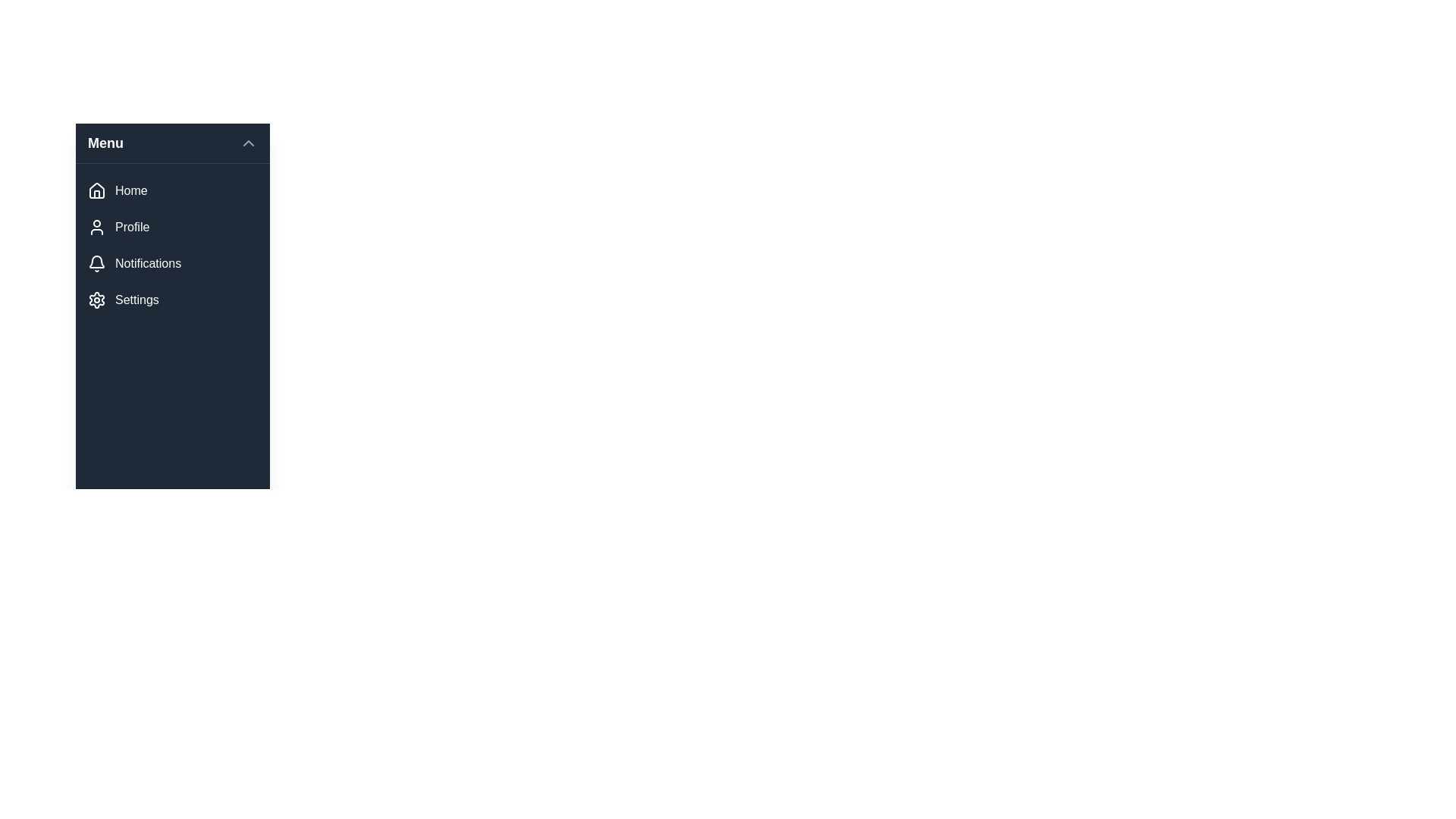 This screenshot has width=1456, height=819. What do you see at coordinates (172, 190) in the screenshot?
I see `the navigational button located at the top of the vertical menu list` at bounding box center [172, 190].